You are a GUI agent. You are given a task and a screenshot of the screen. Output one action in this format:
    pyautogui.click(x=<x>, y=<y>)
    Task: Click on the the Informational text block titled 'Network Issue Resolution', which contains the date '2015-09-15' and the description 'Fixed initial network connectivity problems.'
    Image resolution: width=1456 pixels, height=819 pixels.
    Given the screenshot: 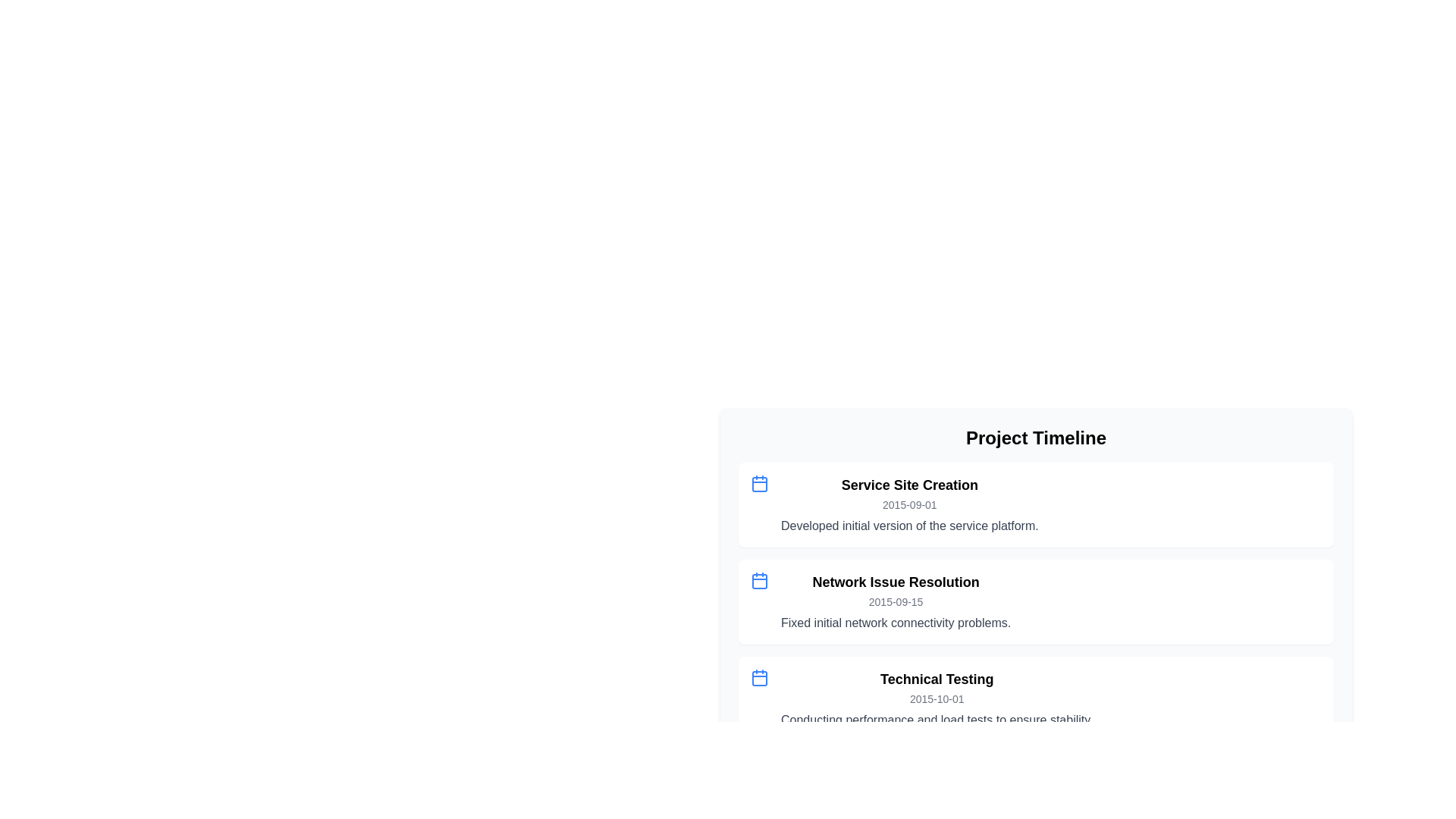 What is the action you would take?
    pyautogui.click(x=896, y=601)
    